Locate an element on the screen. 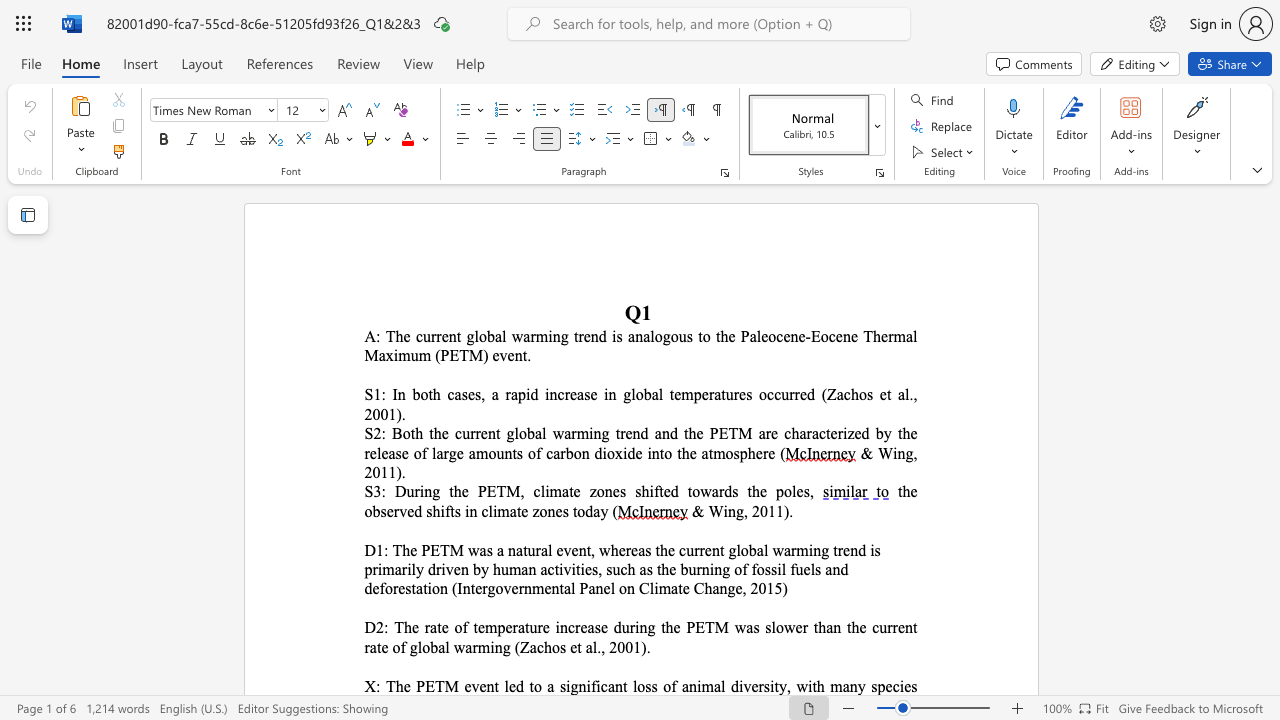 The width and height of the screenshot is (1280, 720). the 2th character "a" in the text is located at coordinates (715, 491).